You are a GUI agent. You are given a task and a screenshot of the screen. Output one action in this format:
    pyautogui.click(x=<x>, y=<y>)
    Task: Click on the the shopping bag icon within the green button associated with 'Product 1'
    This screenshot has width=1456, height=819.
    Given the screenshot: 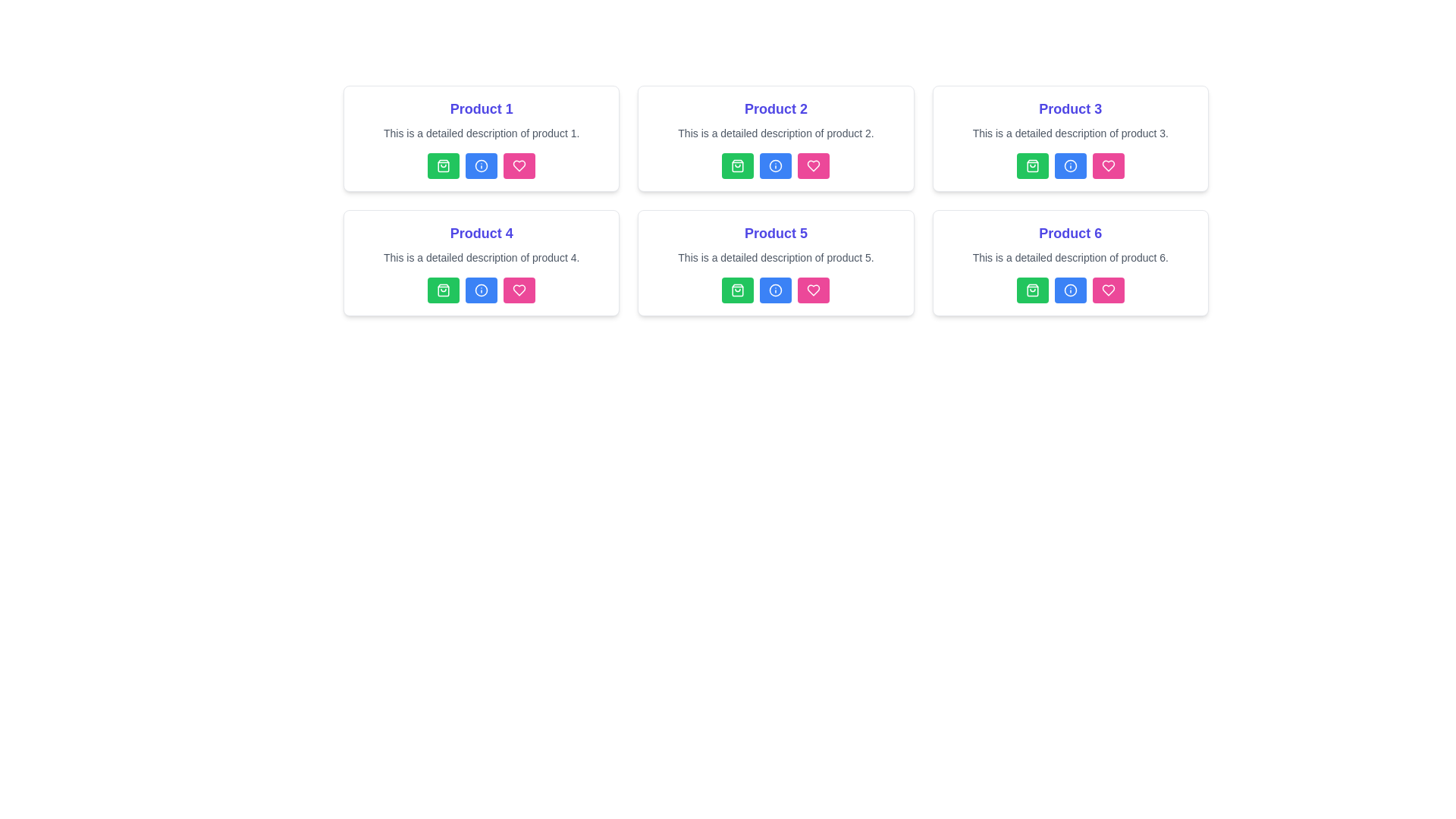 What is the action you would take?
    pyautogui.click(x=443, y=166)
    